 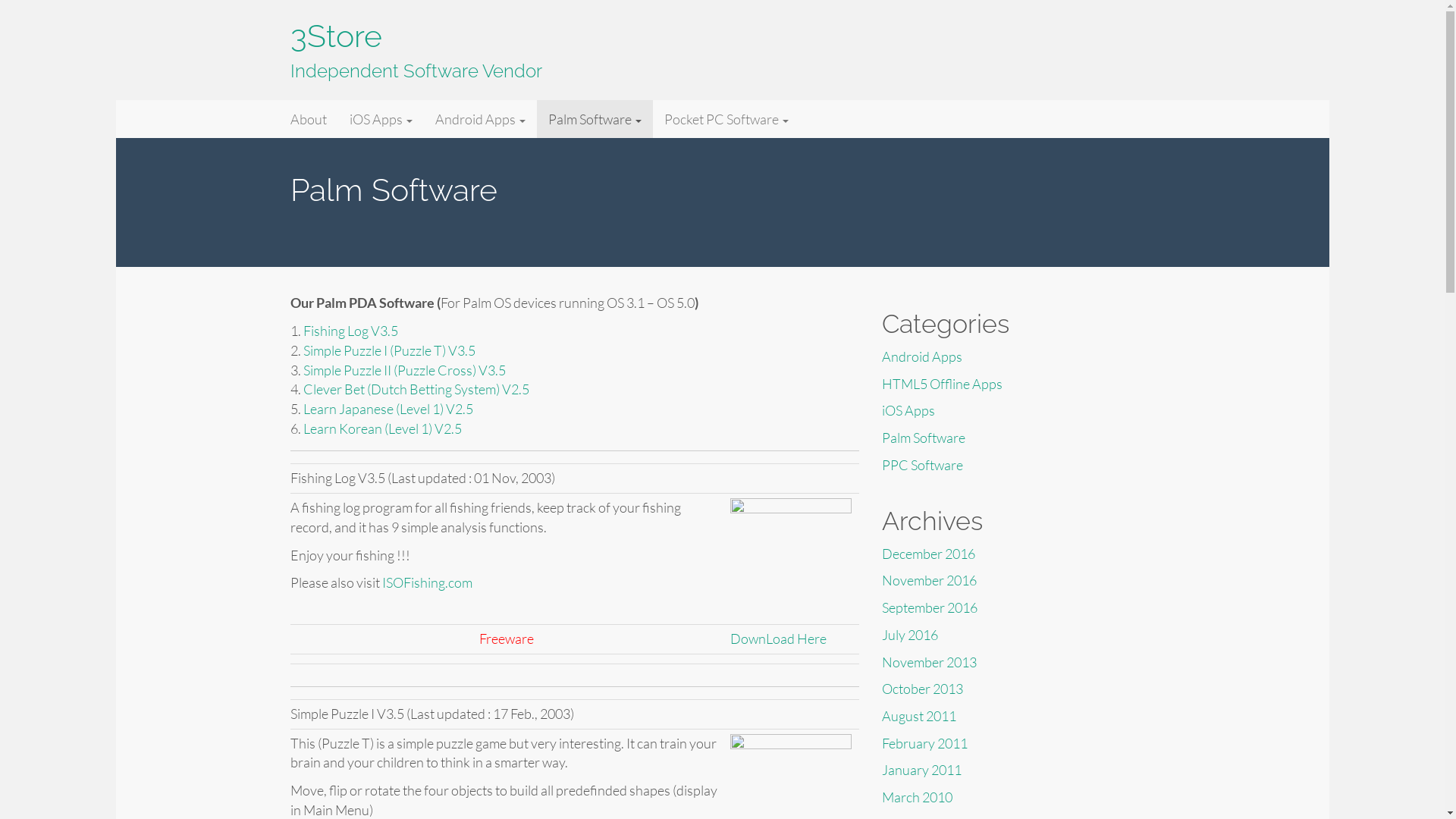 What do you see at coordinates (923, 742) in the screenshot?
I see `'February 2011'` at bounding box center [923, 742].